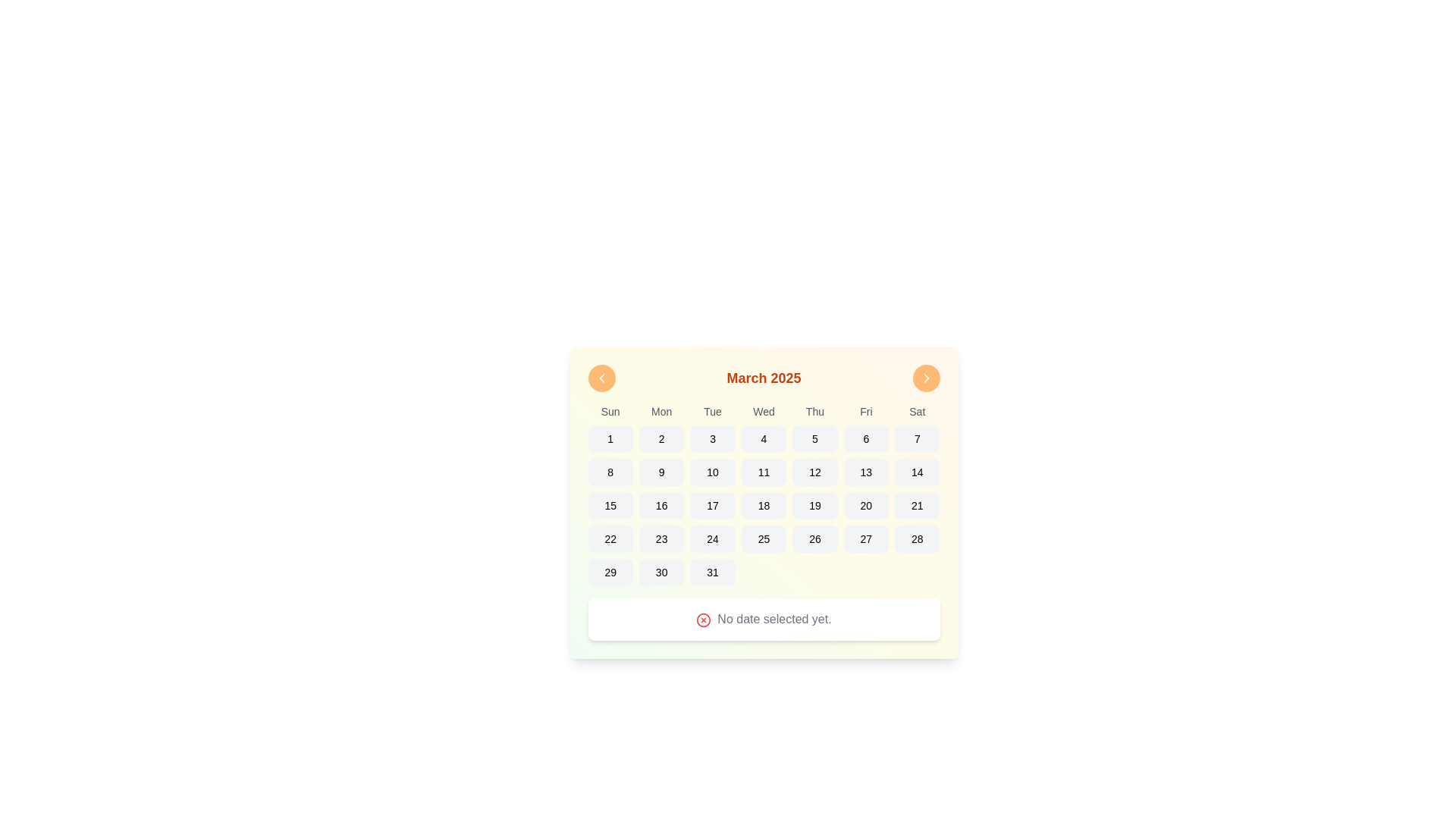 The image size is (1456, 819). What do you see at coordinates (610, 412) in the screenshot?
I see `the text label indicating the abbreviation for Sunday, which is located at the top left of the calendar interface in the header row of day abbreviations` at bounding box center [610, 412].